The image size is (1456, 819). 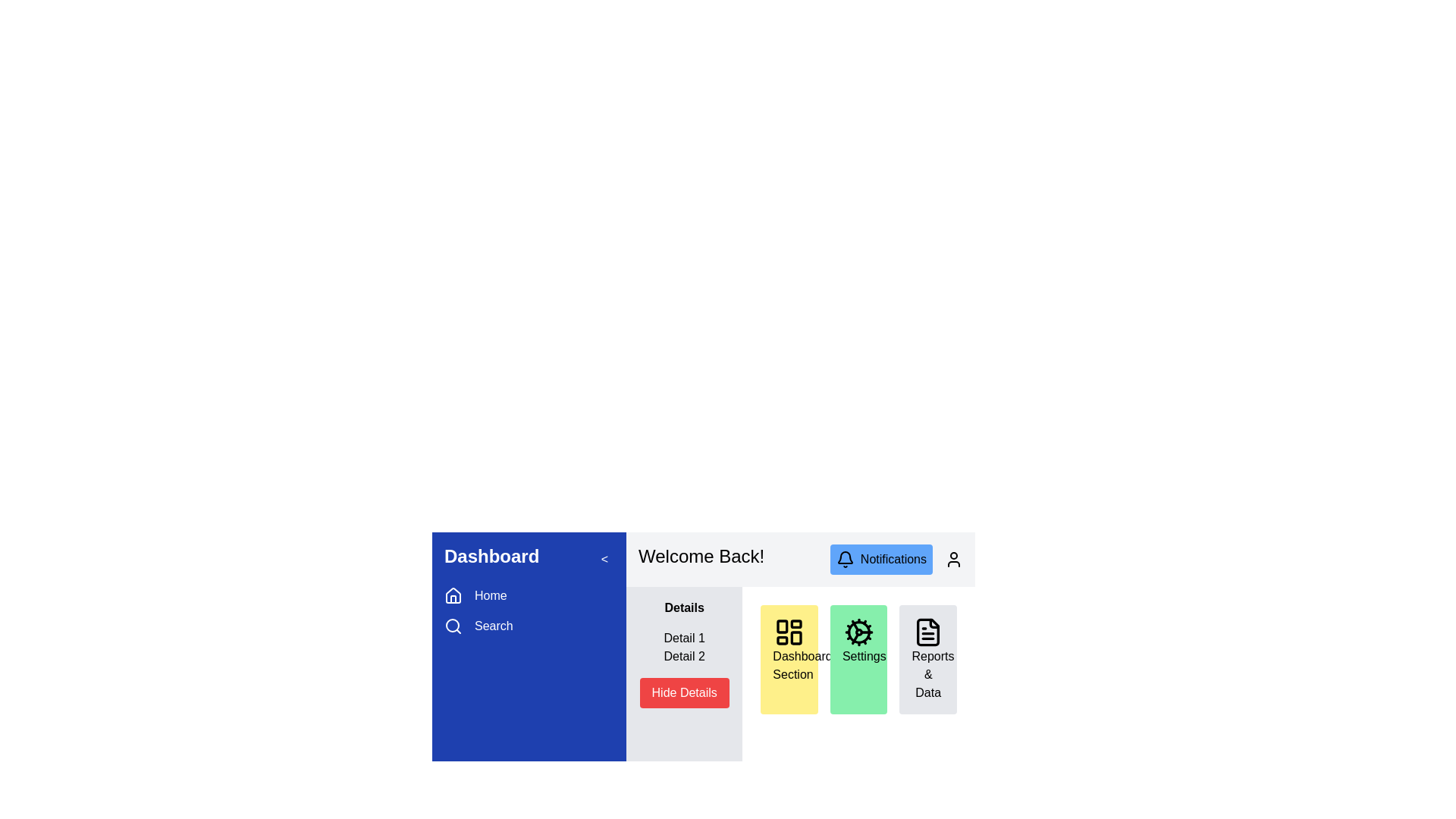 What do you see at coordinates (789, 659) in the screenshot?
I see `the rectangular card with a yellow background that has the title 'Dashboard Section' and a dashboard icon at the top-center` at bounding box center [789, 659].